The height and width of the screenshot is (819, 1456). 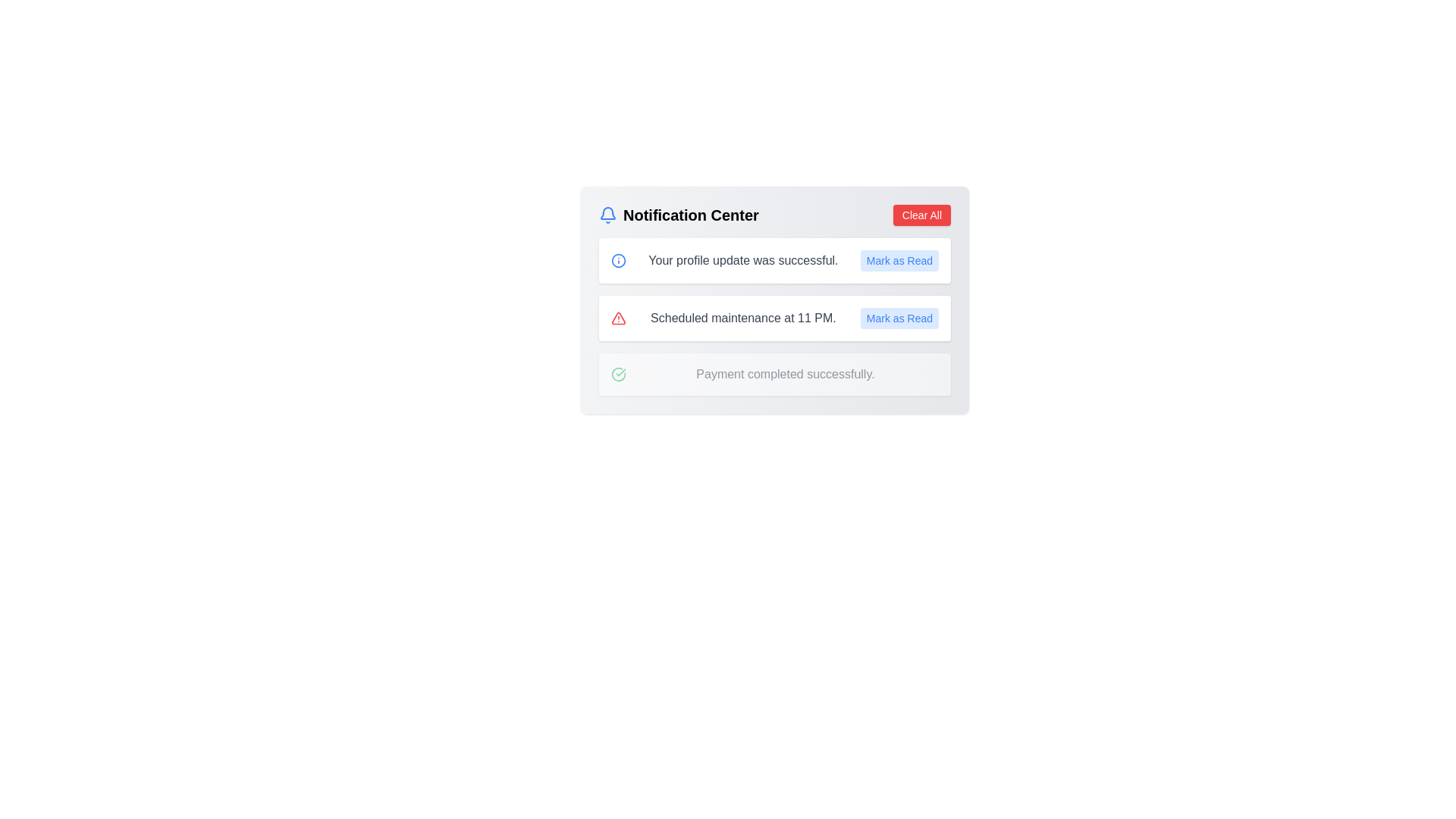 What do you see at coordinates (743, 259) in the screenshot?
I see `the notification message text label that indicates a successful profile update, located in the second row of the notification list` at bounding box center [743, 259].